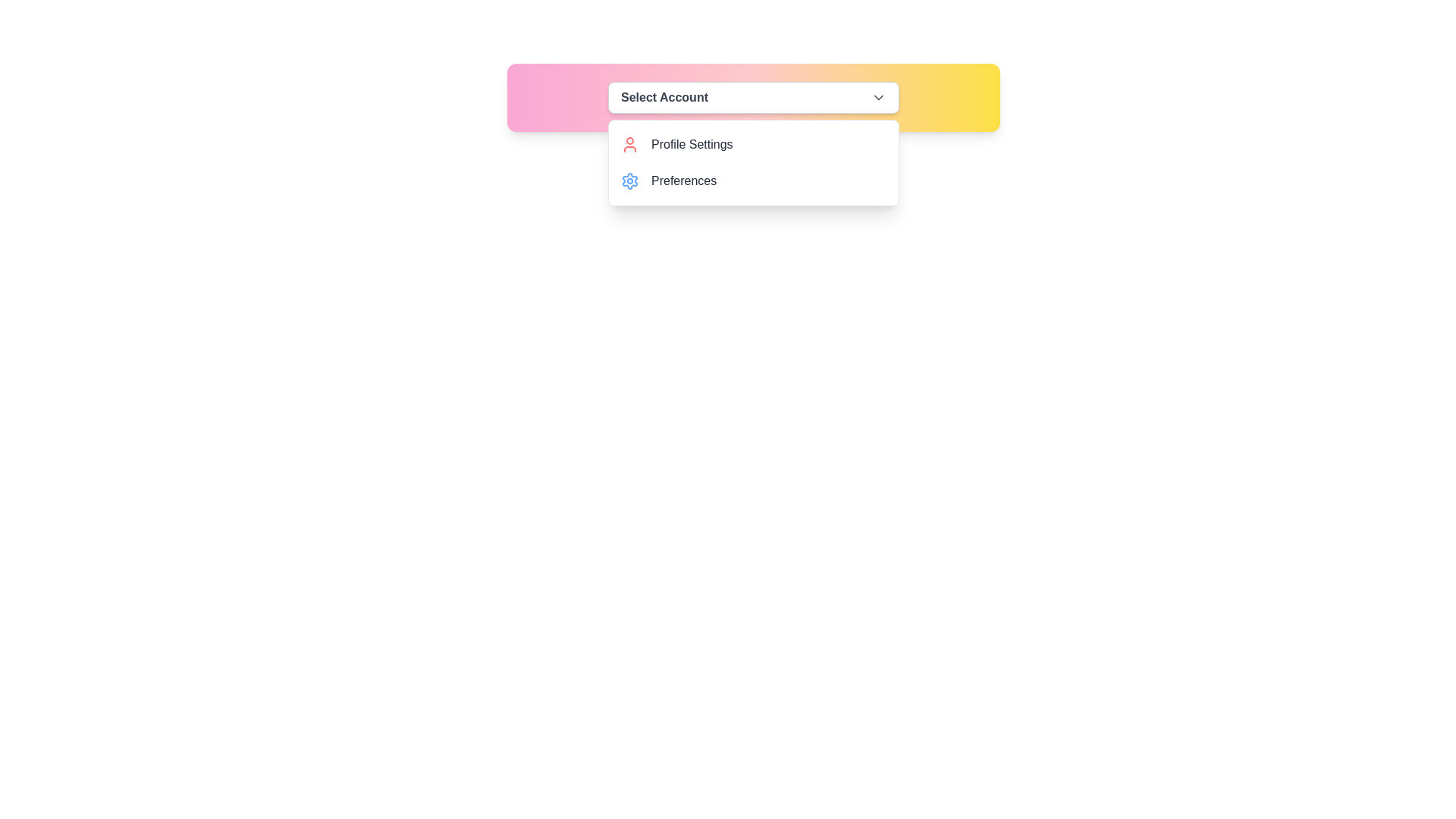 The height and width of the screenshot is (819, 1456). Describe the element at coordinates (683, 180) in the screenshot. I see `the Text Label that serves as a guide to the settings or customization panel, located below the 'Profile Settings' item in the dropdown menu` at that location.